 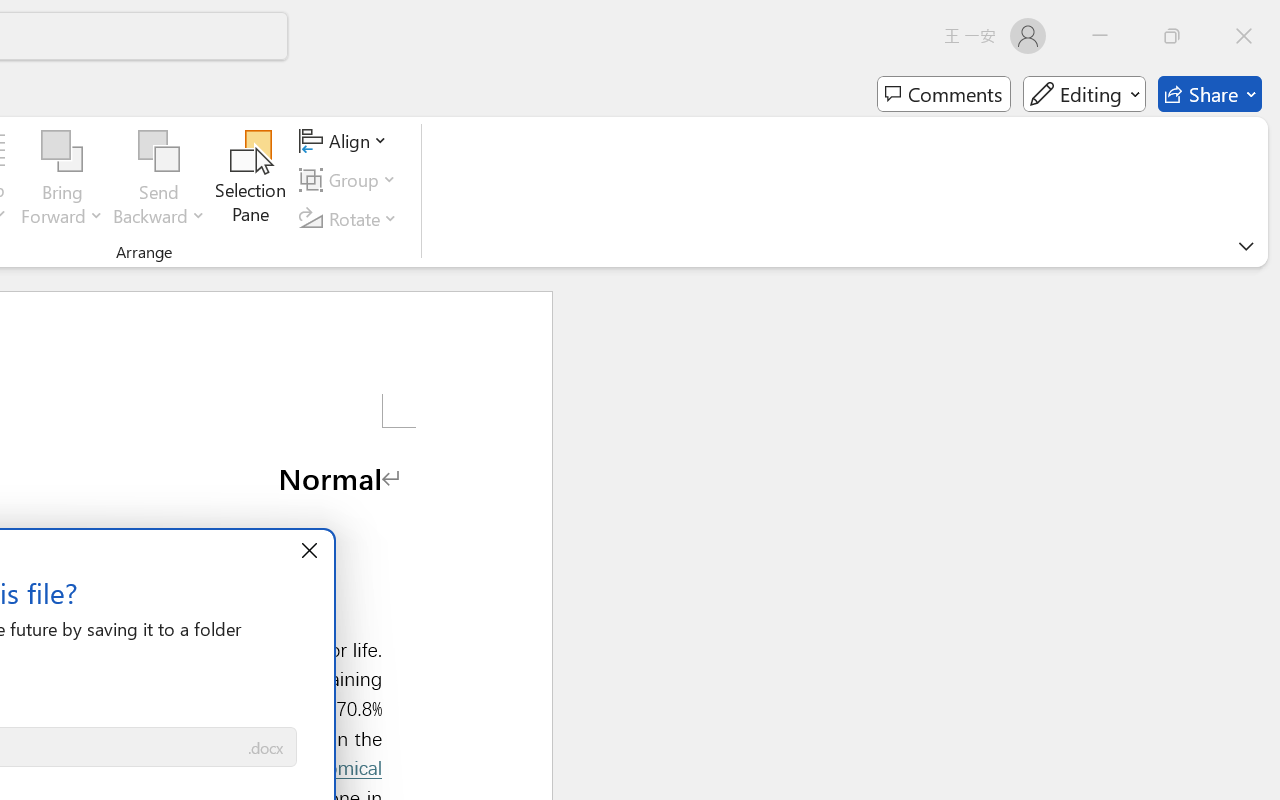 What do you see at coordinates (158, 151) in the screenshot?
I see `'Send Backward'` at bounding box center [158, 151].